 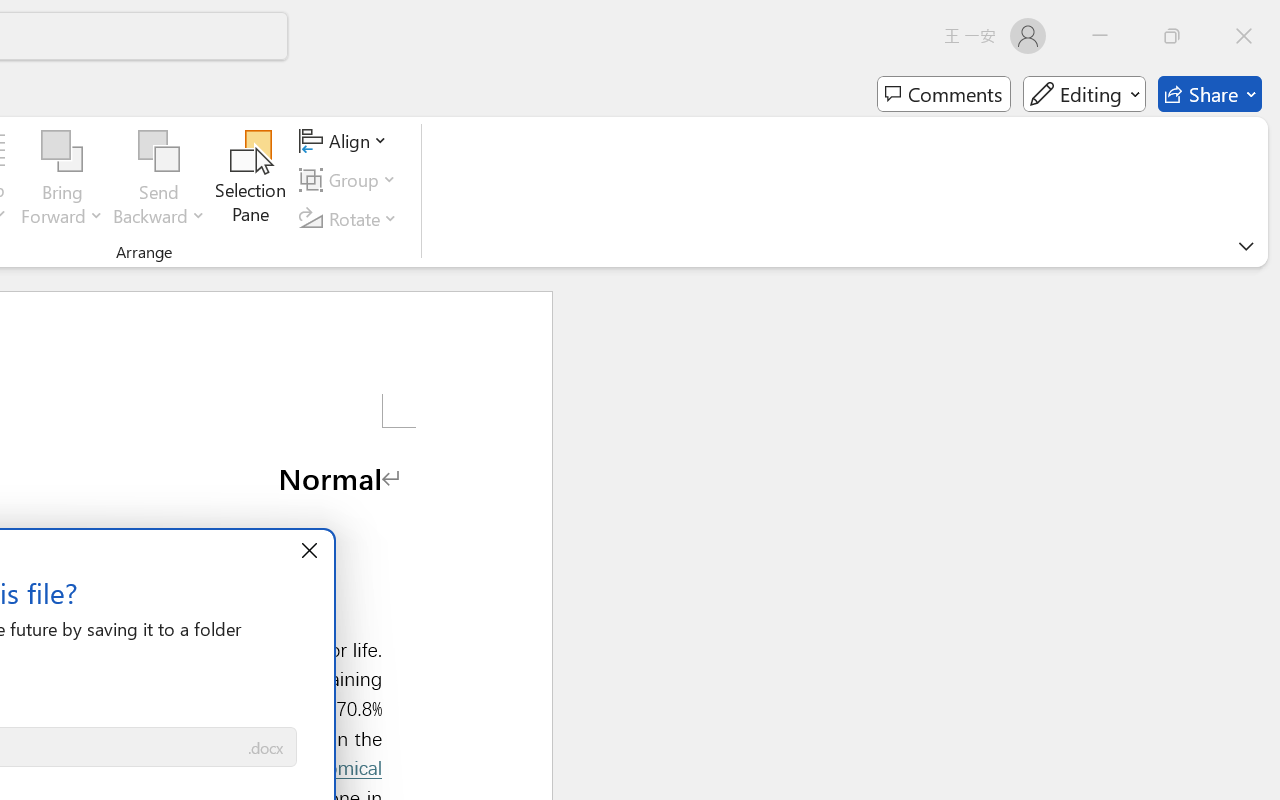 What do you see at coordinates (158, 151) in the screenshot?
I see `'Send Backward'` at bounding box center [158, 151].